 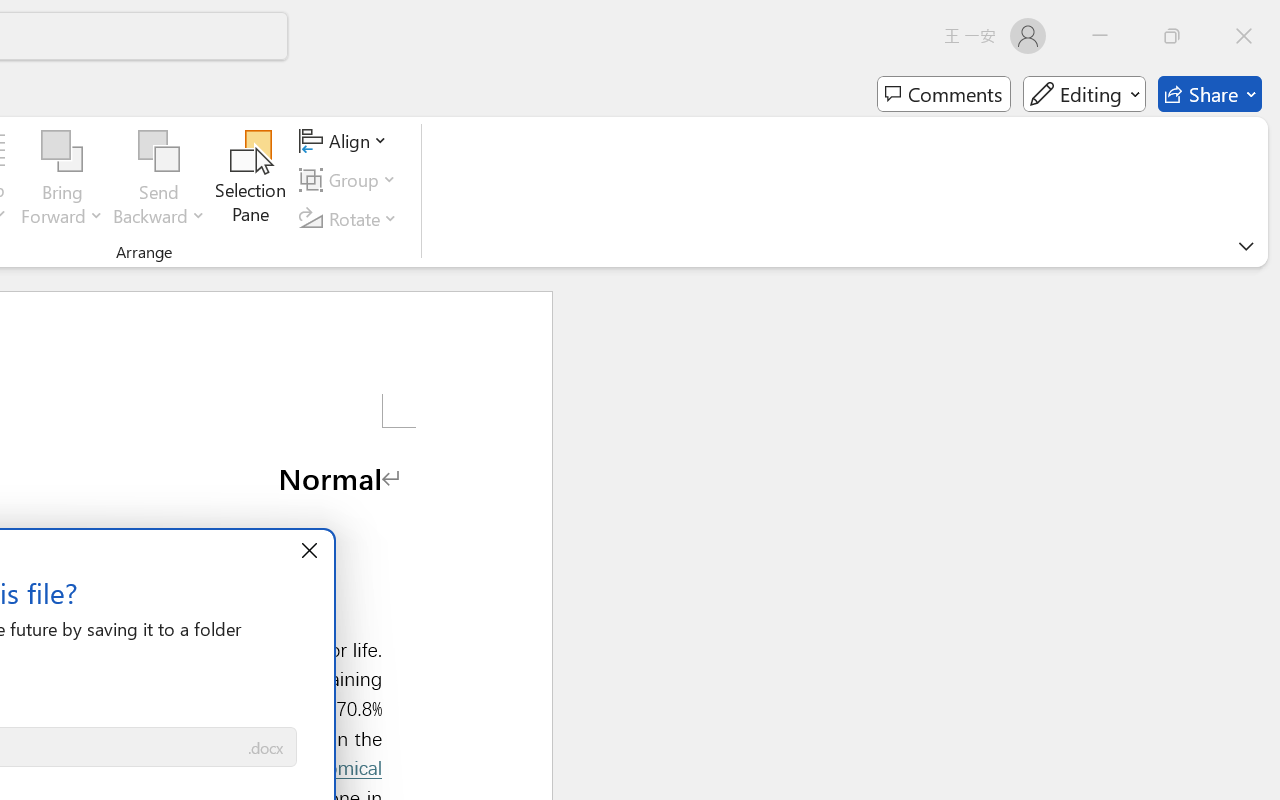 What do you see at coordinates (158, 151) in the screenshot?
I see `'Send Backward'` at bounding box center [158, 151].